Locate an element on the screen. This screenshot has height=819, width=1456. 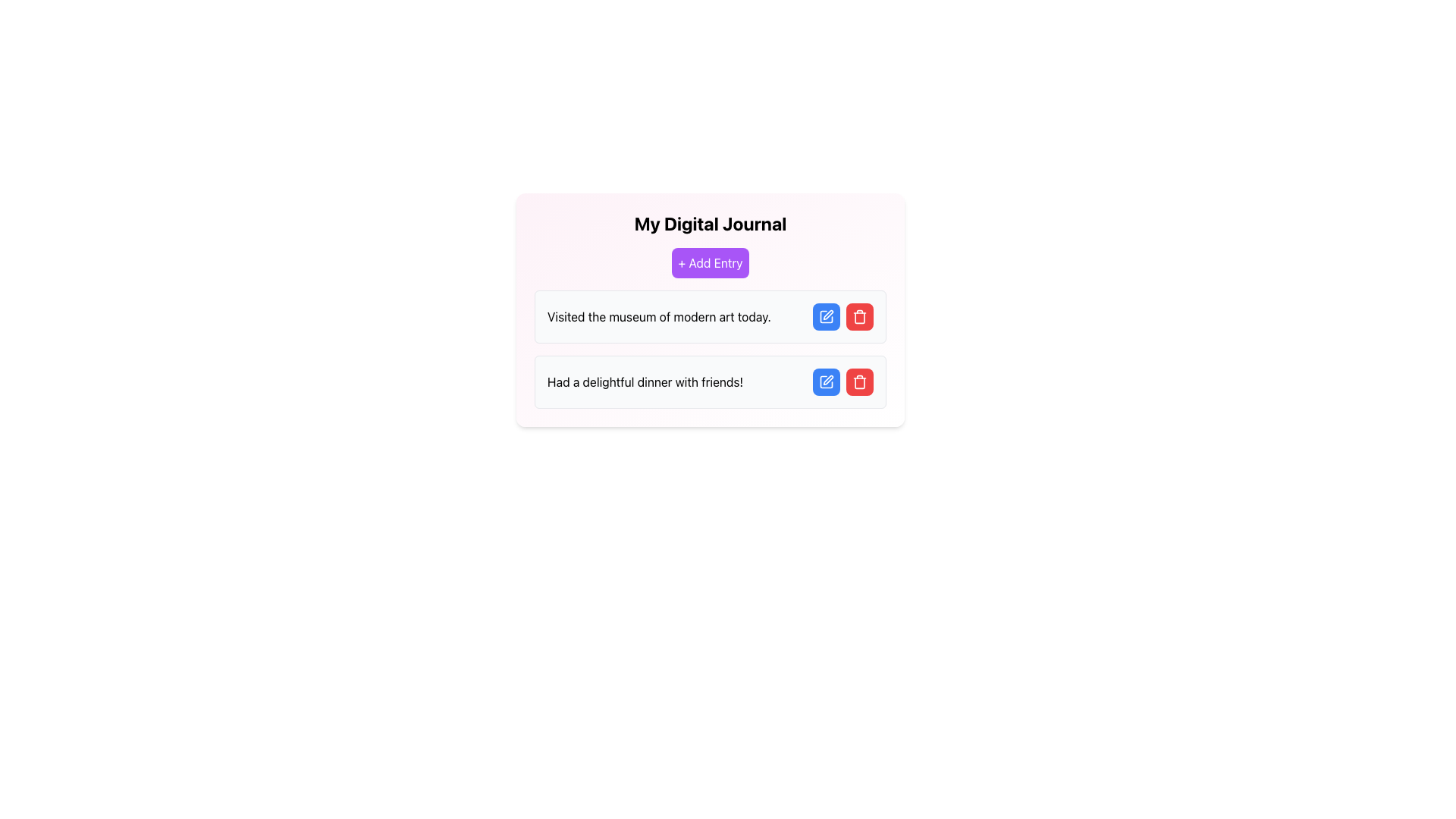
the leftmost button next to the red trash icon is located at coordinates (825, 315).